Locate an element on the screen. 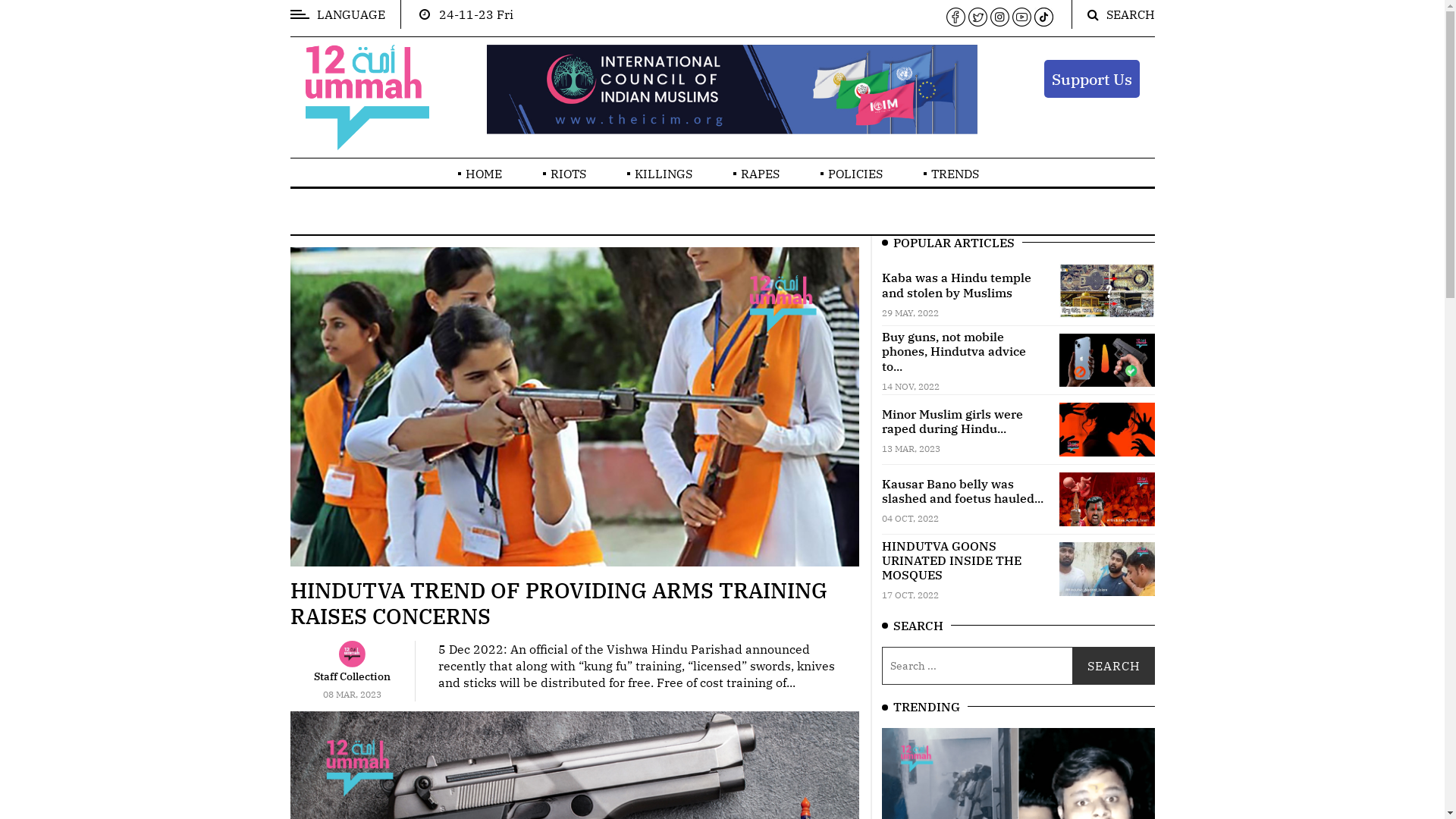 This screenshot has width=1456, height=819. 'RAPES' is located at coordinates (741, 172).